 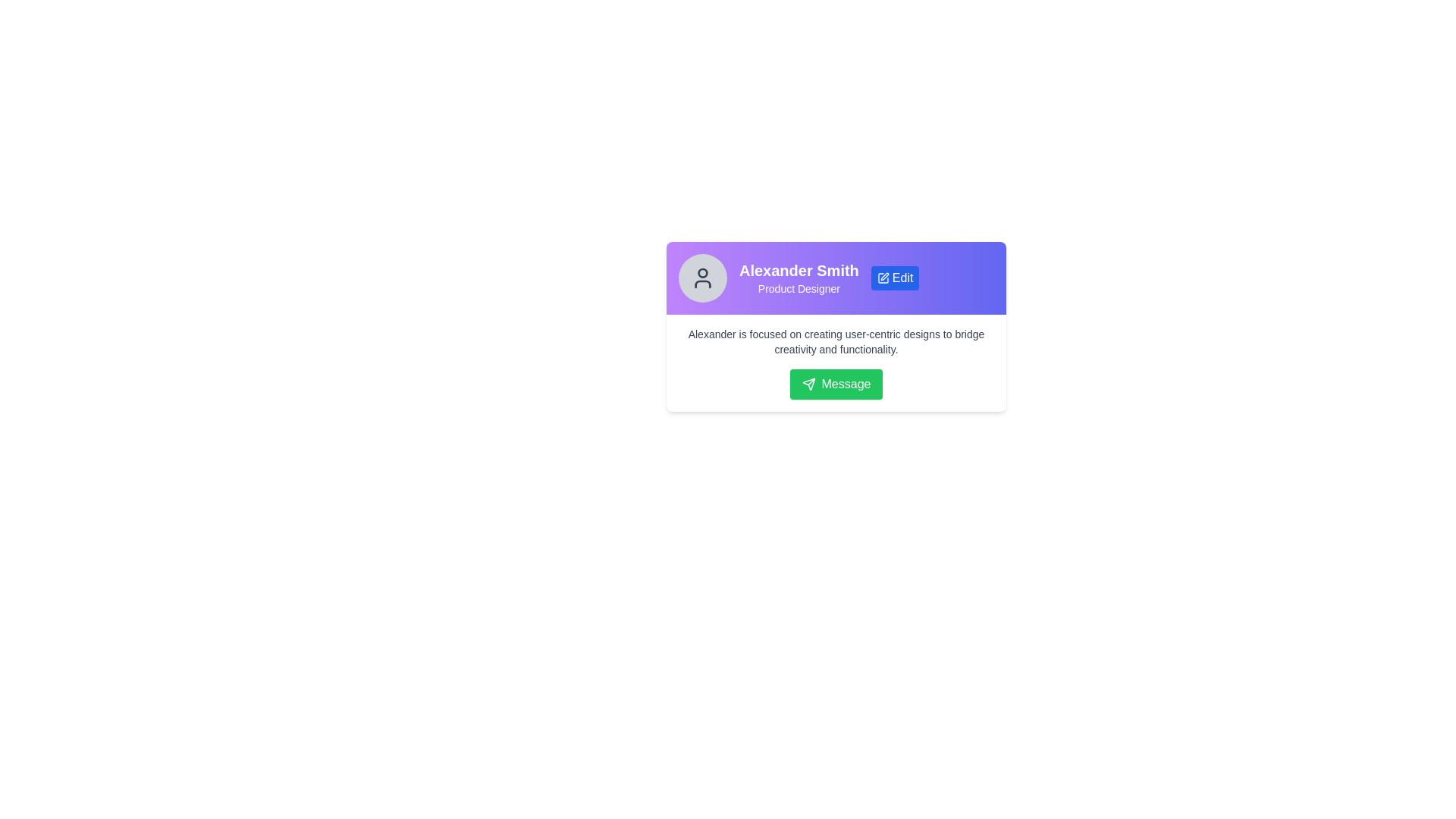 What do you see at coordinates (883, 278) in the screenshot?
I see `the 'Edit' button icon located to the left of the text label 'Edit' next to 'Alexander Smith' and 'Product Designer'` at bounding box center [883, 278].